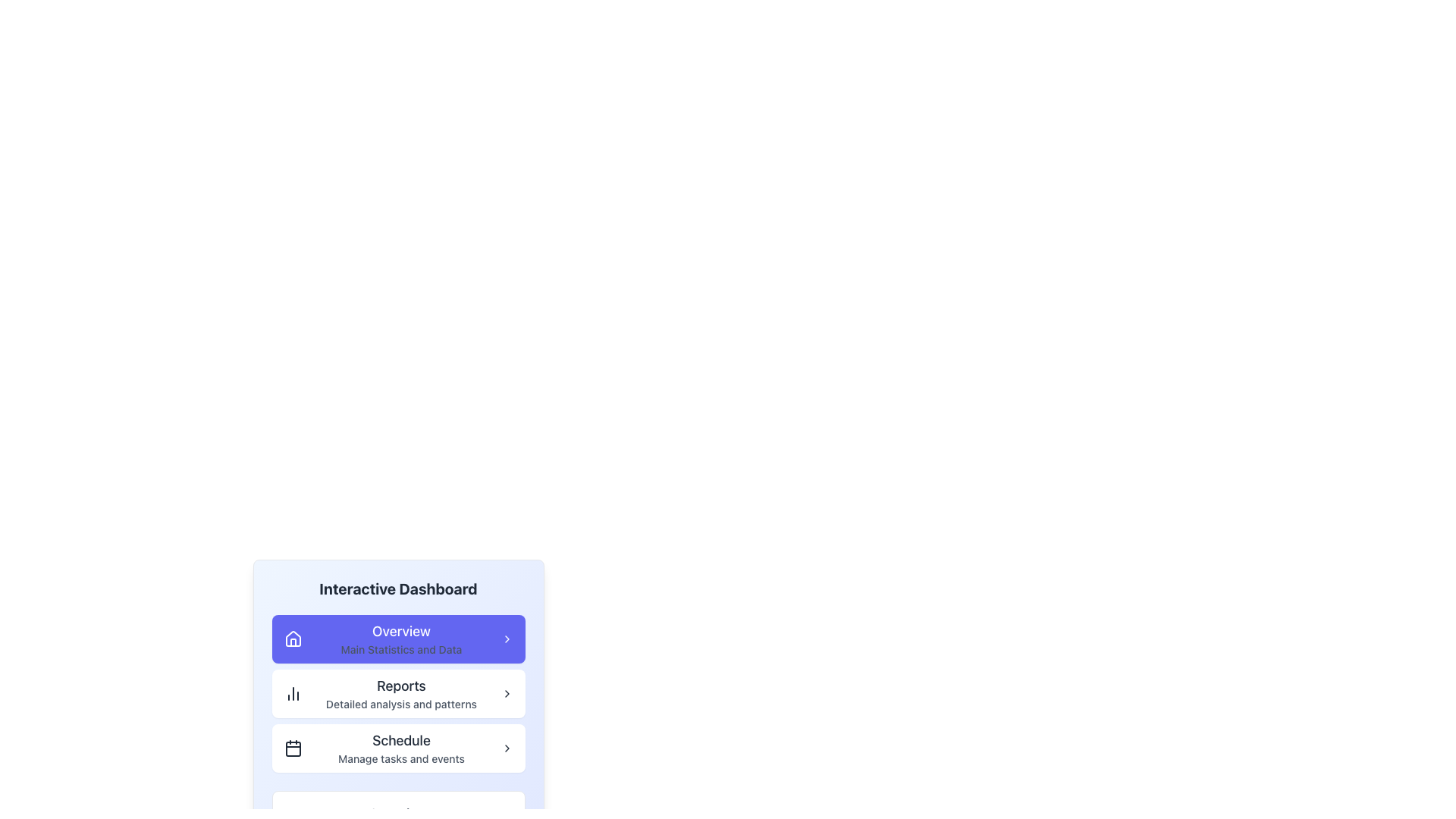 This screenshot has height=819, width=1456. Describe the element at coordinates (293, 639) in the screenshot. I see `the house outline icon located adjacent to the 'Overview' text label in the 'Interactive Dashboard' panel` at that location.